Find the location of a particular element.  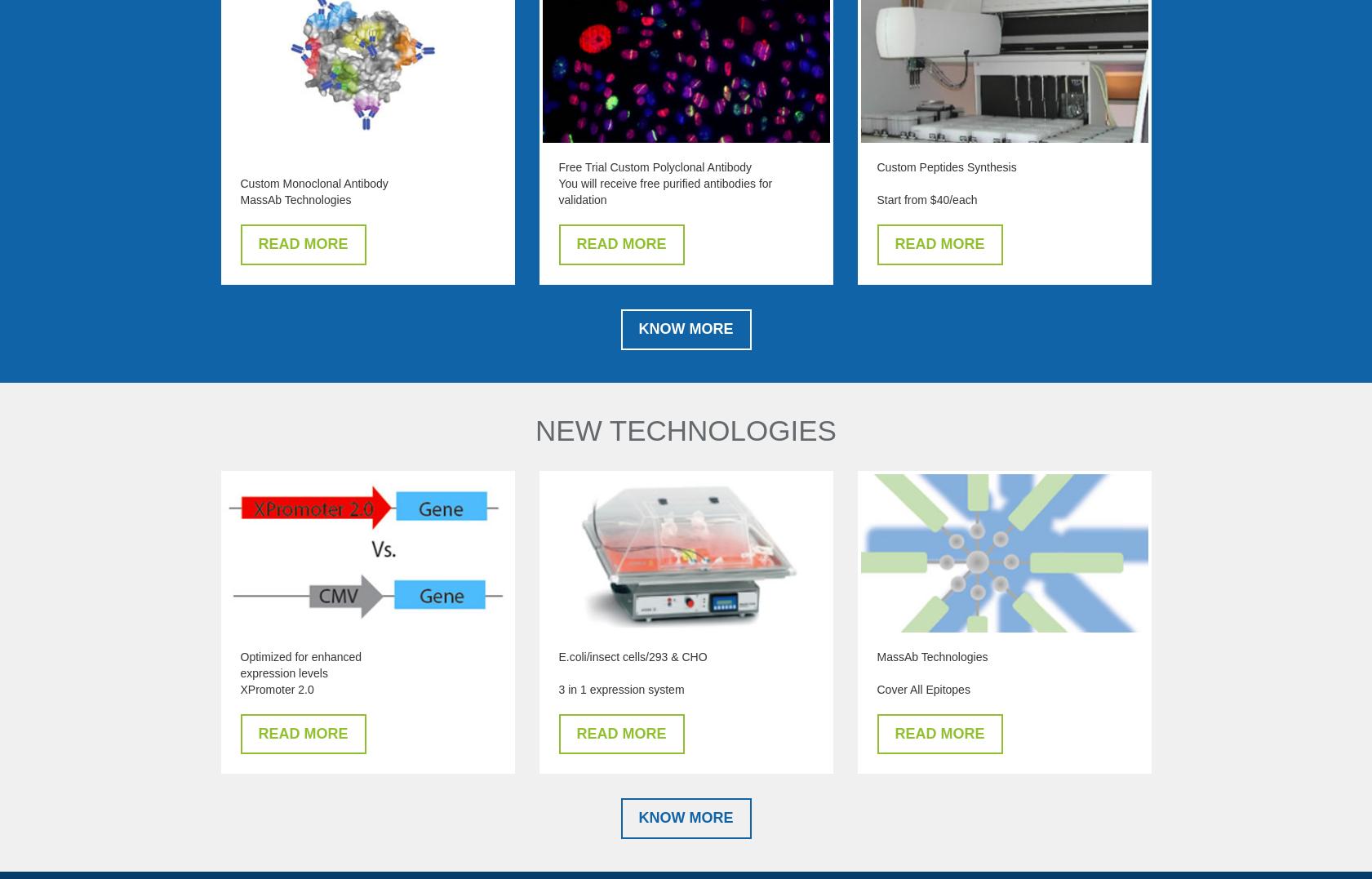

'Free Trial Custom Polyclonal Antibody' is located at coordinates (654, 166).